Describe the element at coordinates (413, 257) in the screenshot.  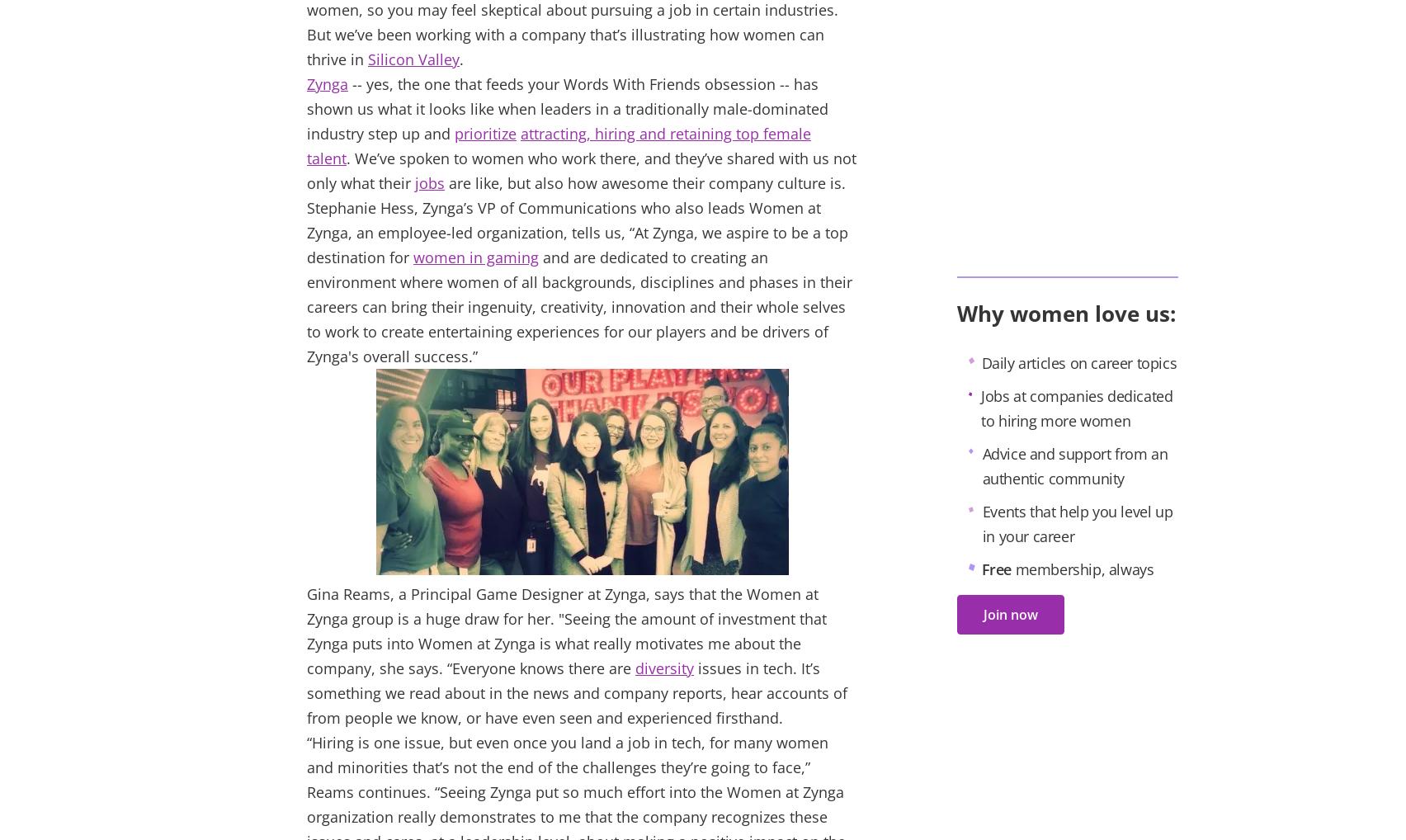
I see `'women in gaming'` at that location.